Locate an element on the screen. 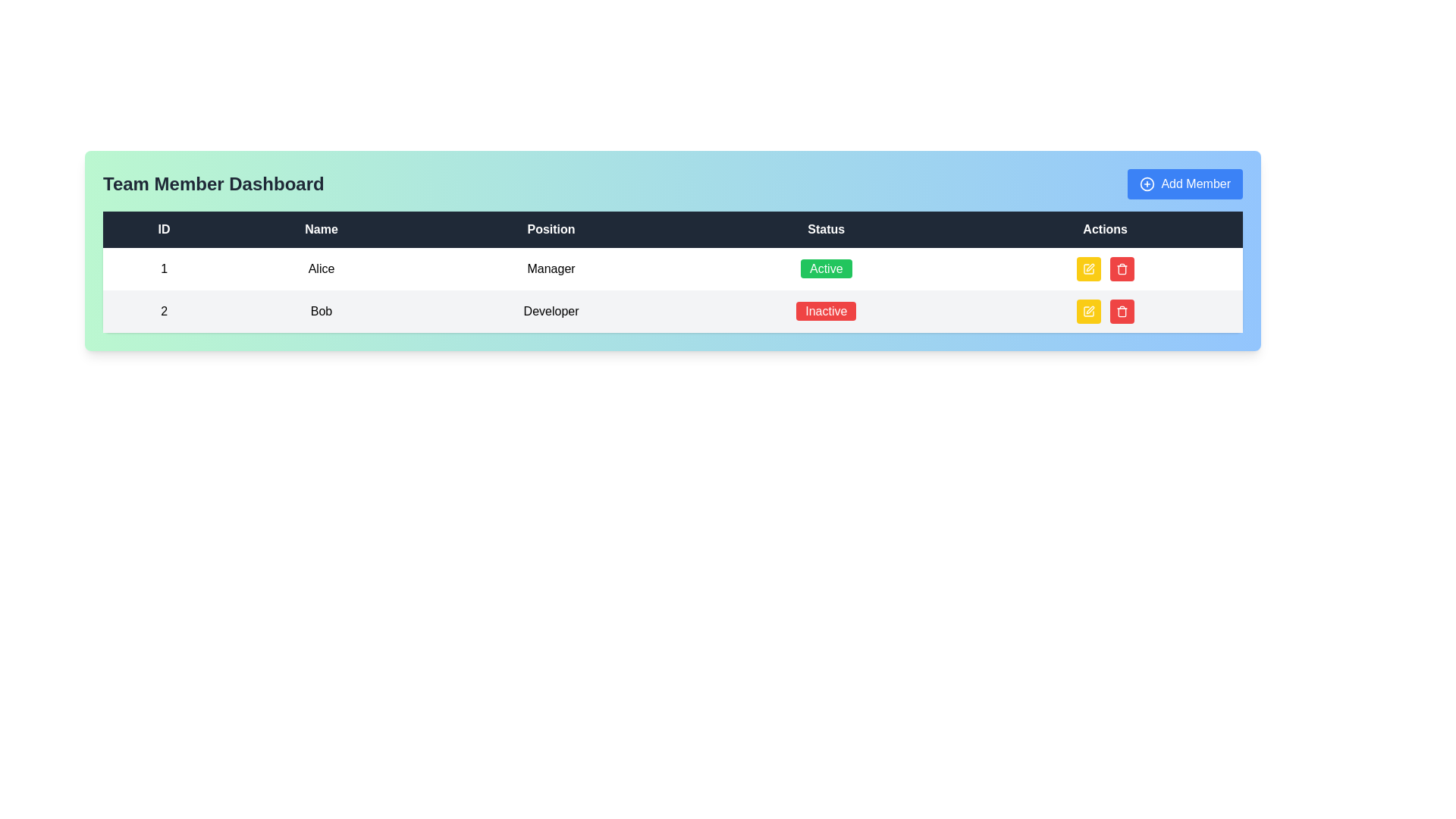 The image size is (1456, 819). the trash icon button, which is a minimalist outline design of a trash bin with a lid, located under the 'Actions' column in the second row of the table, to the right of the yellow 'edit' button is located at coordinates (1122, 311).